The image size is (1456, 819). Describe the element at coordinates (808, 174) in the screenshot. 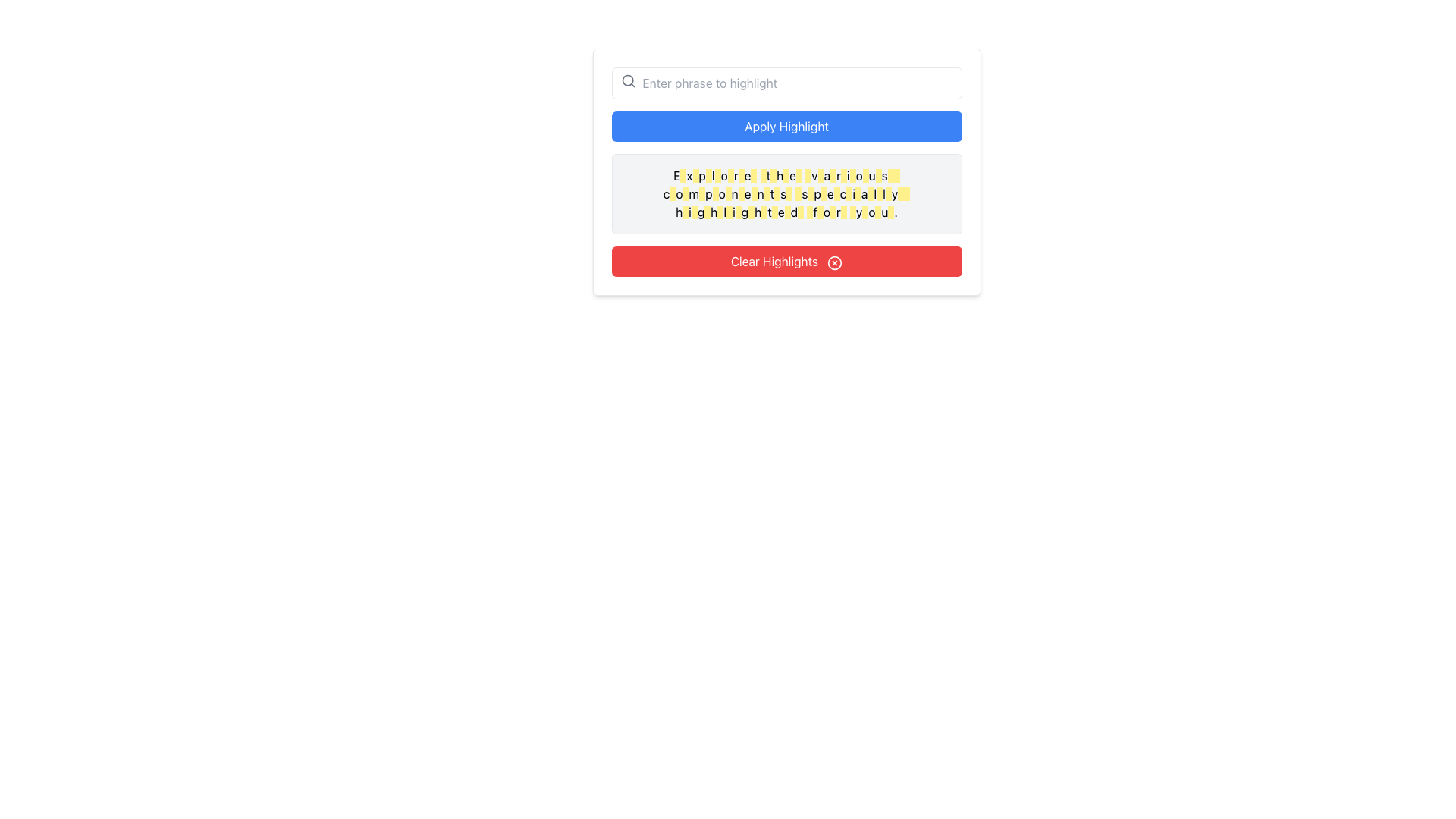

I see `the small rectangular highlight with a yellow background that highlights the 'V' in 'various' within the text block containing 'Explore the various components specially highlighted for you.'` at that location.